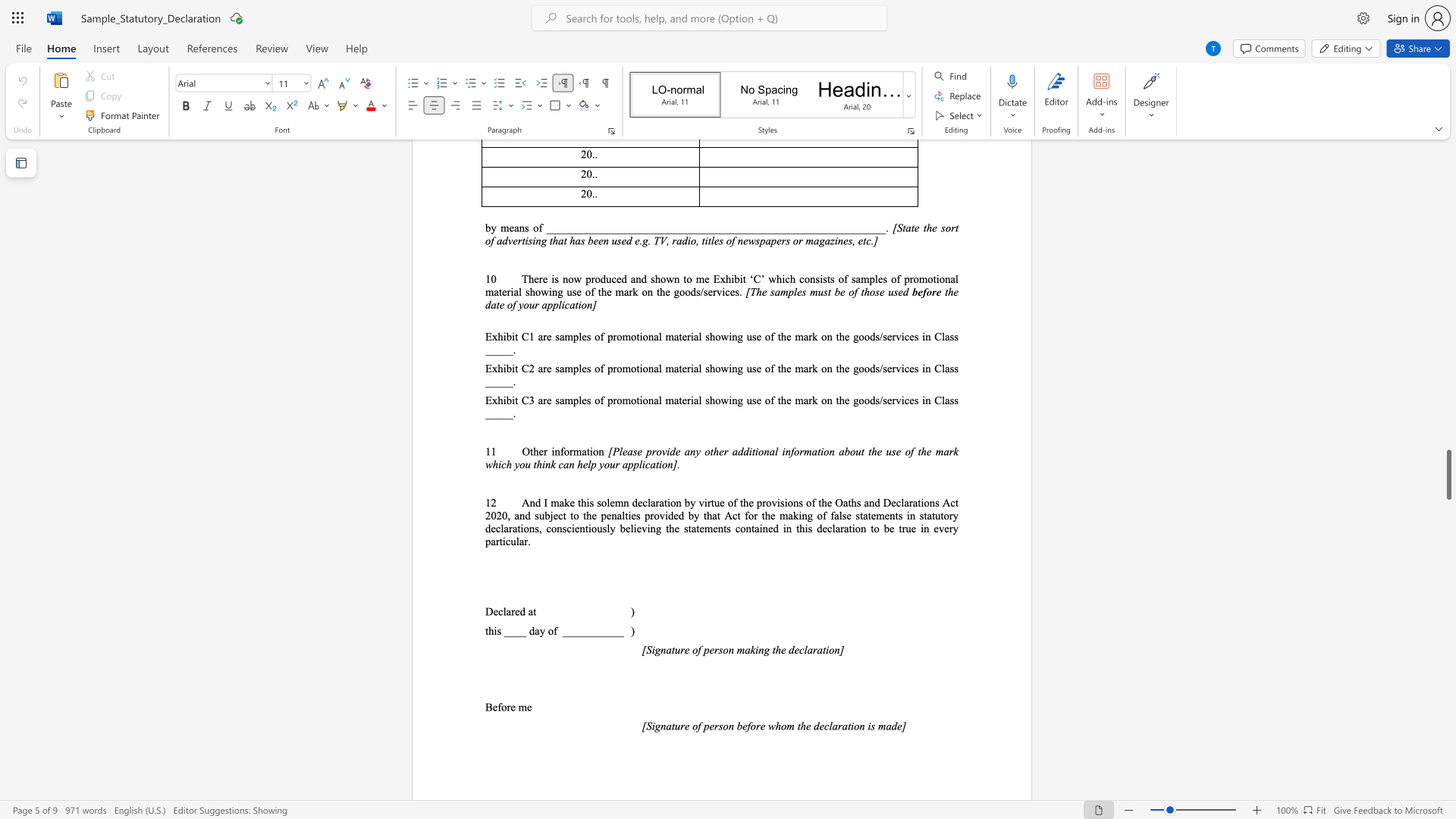 The image size is (1456, 819). Describe the element at coordinates (1448, 318) in the screenshot. I see `the scrollbar` at that location.